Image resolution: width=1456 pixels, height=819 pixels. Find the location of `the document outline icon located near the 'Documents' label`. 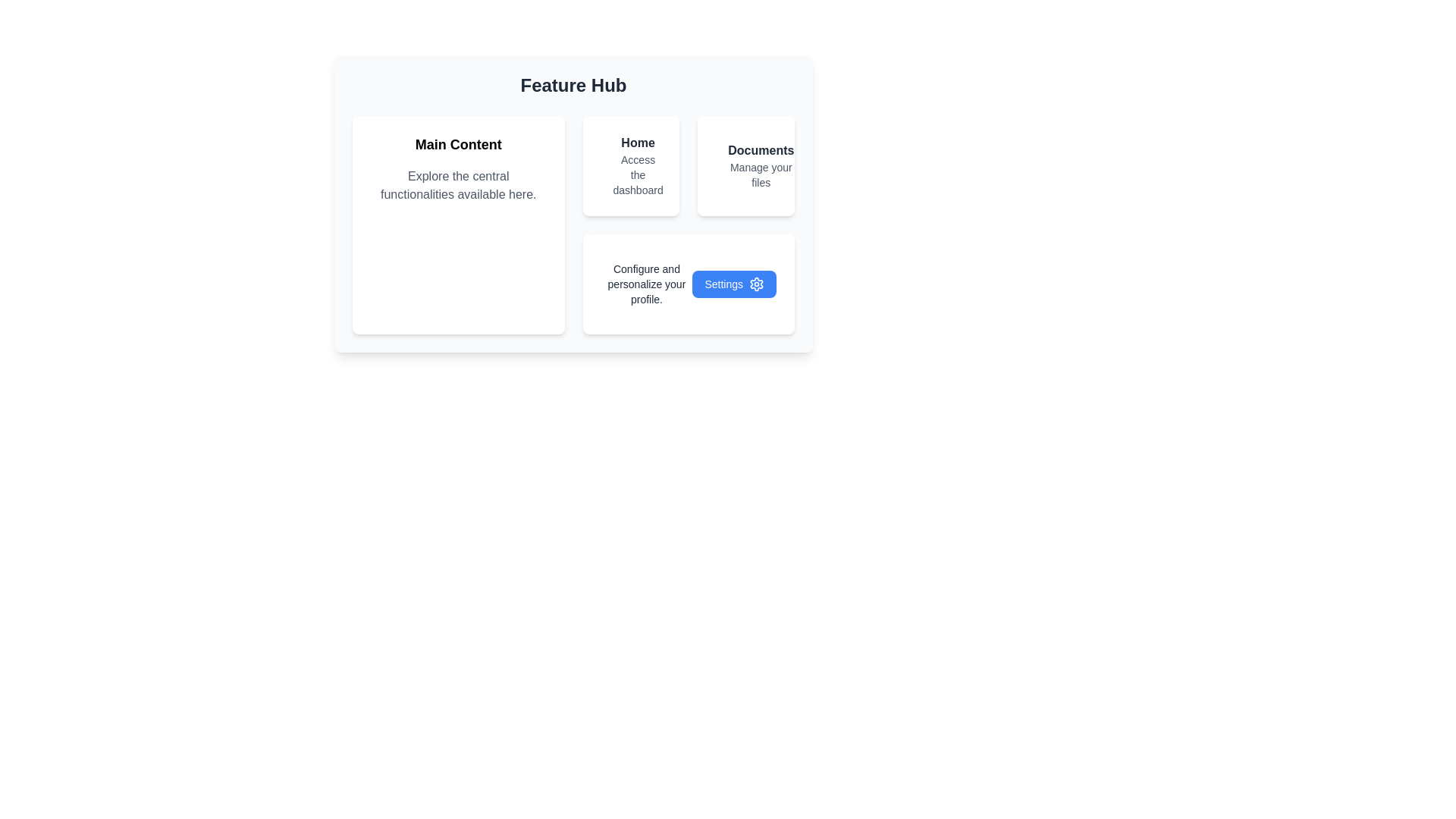

the document outline icon located near the 'Documents' label is located at coordinates (724, 163).